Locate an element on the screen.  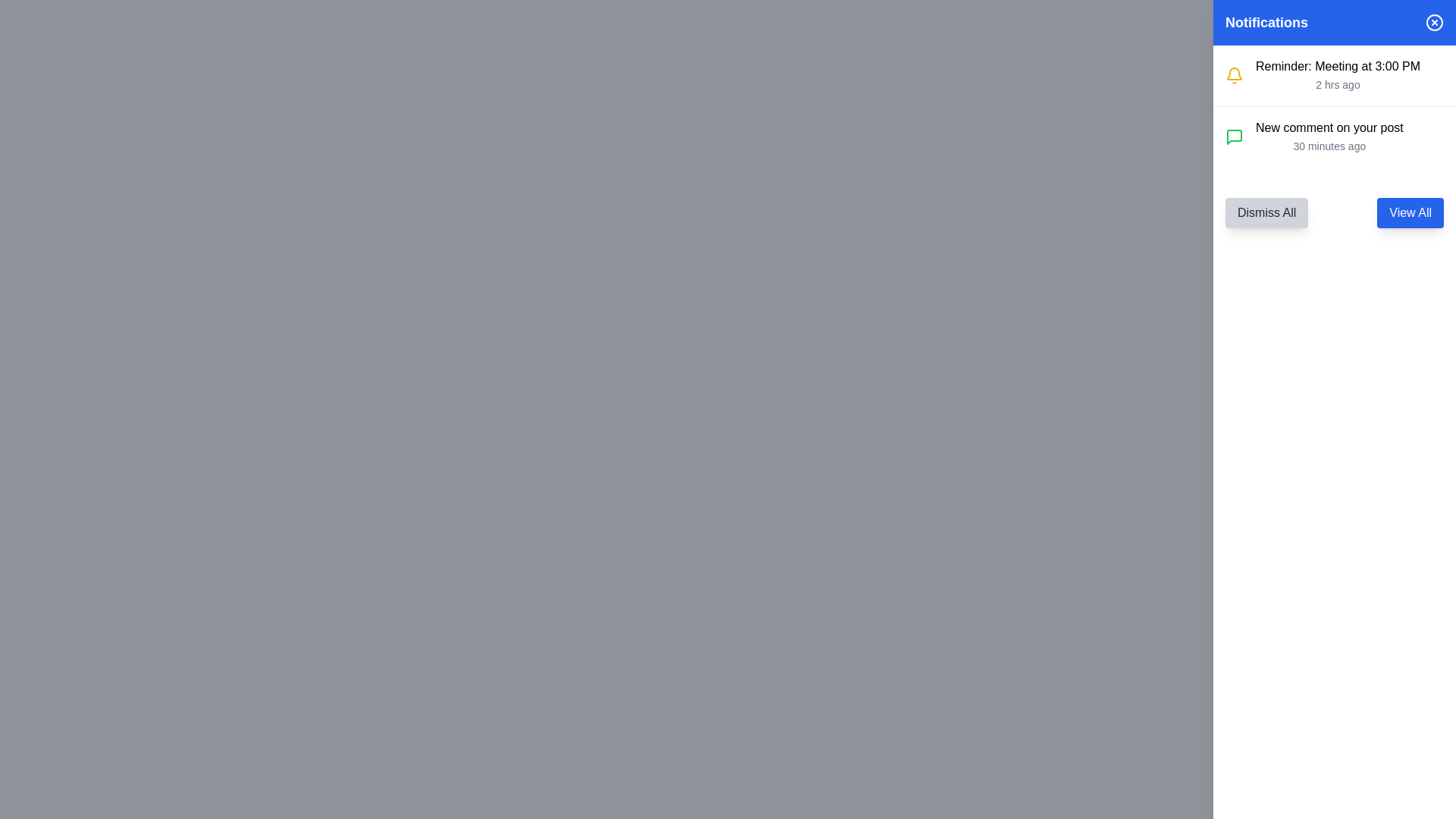
the circular outline icon on the small blue background located near the top-right corner of the notifications panel, which represents a close or dismiss action is located at coordinates (1433, 23).